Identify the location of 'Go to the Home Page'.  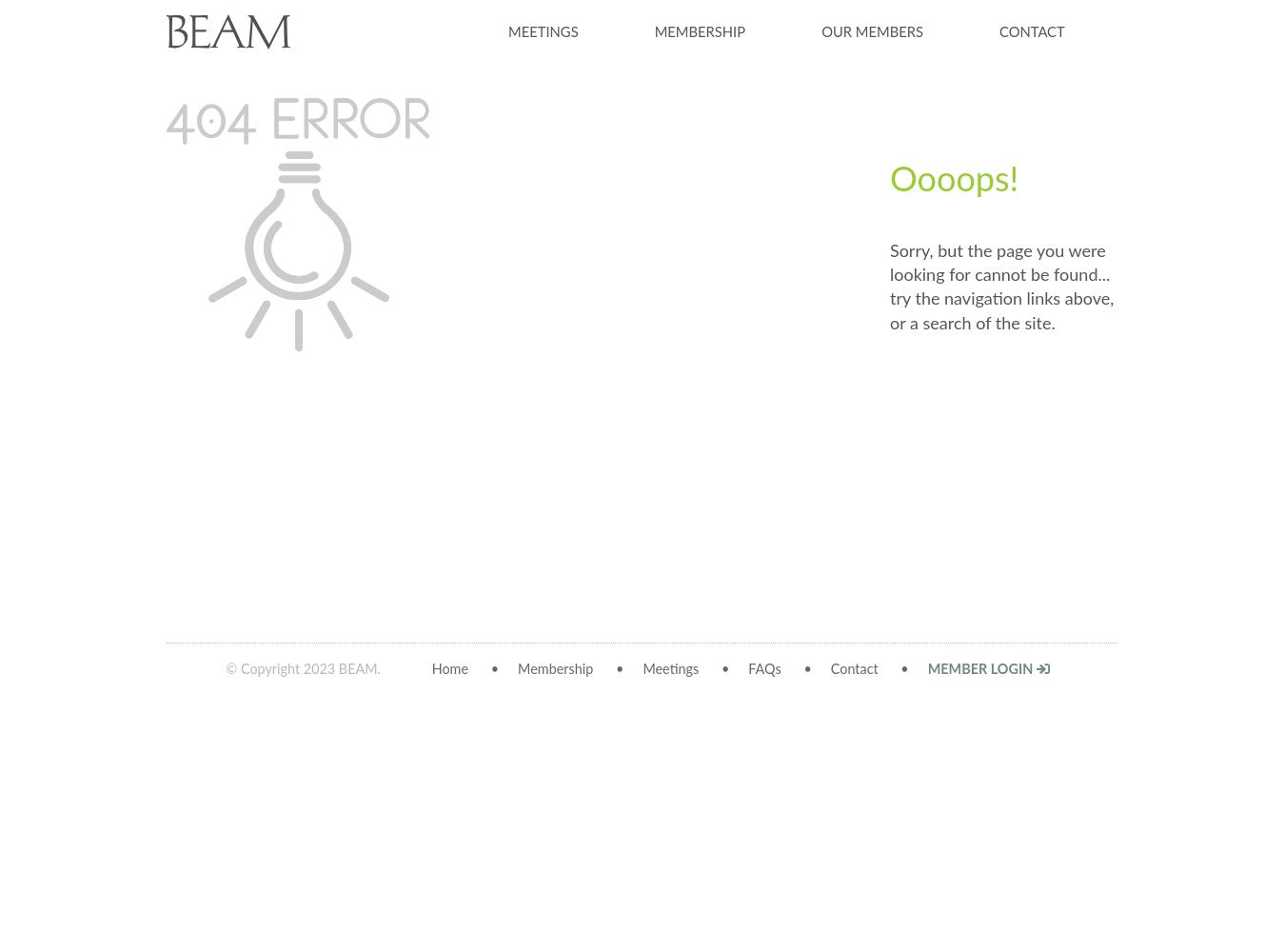
(1010, 411).